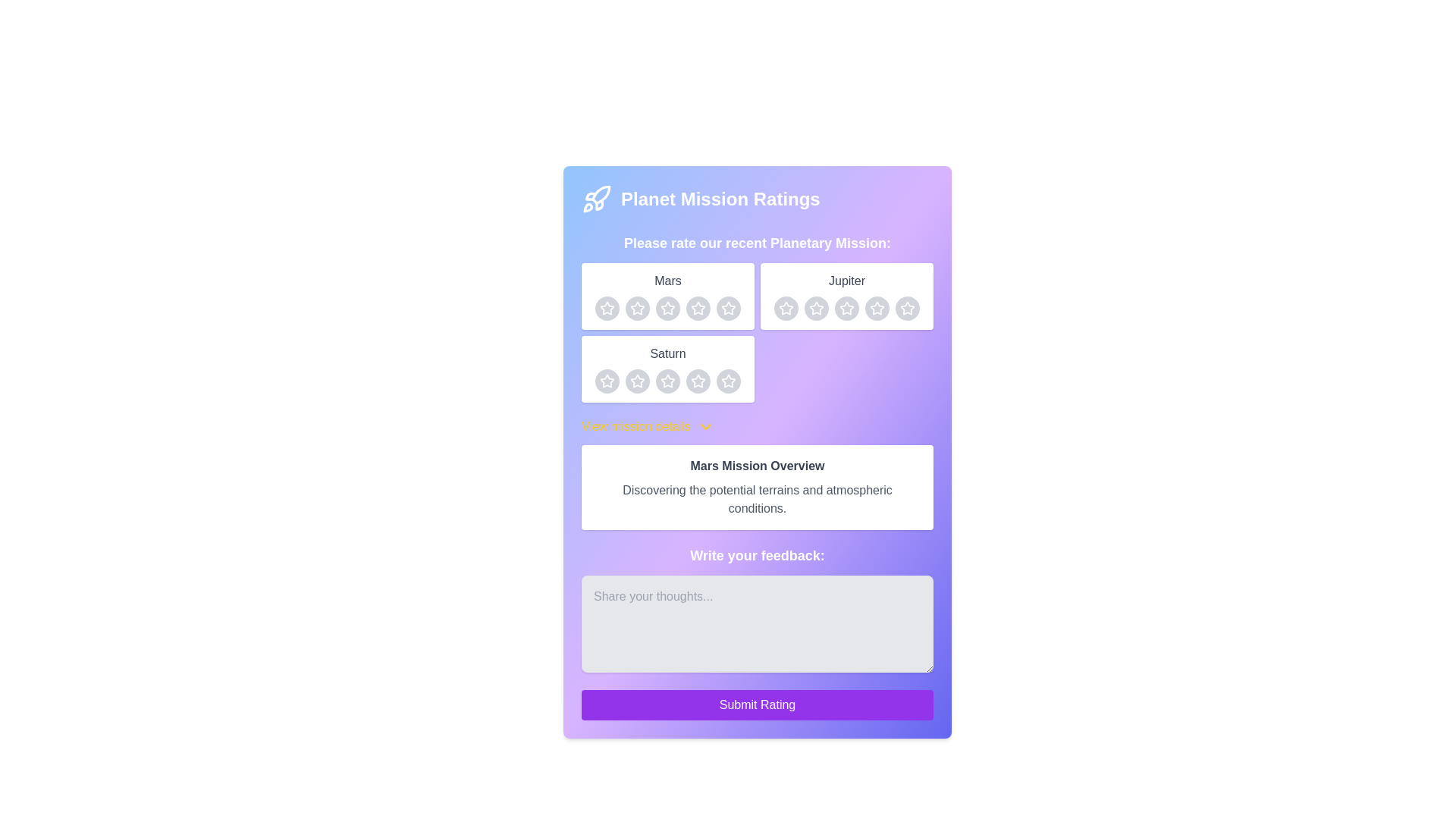 The width and height of the screenshot is (1456, 819). What do you see at coordinates (607, 380) in the screenshot?
I see `the first star button to rate the 'Saturn' mission with one star` at bounding box center [607, 380].